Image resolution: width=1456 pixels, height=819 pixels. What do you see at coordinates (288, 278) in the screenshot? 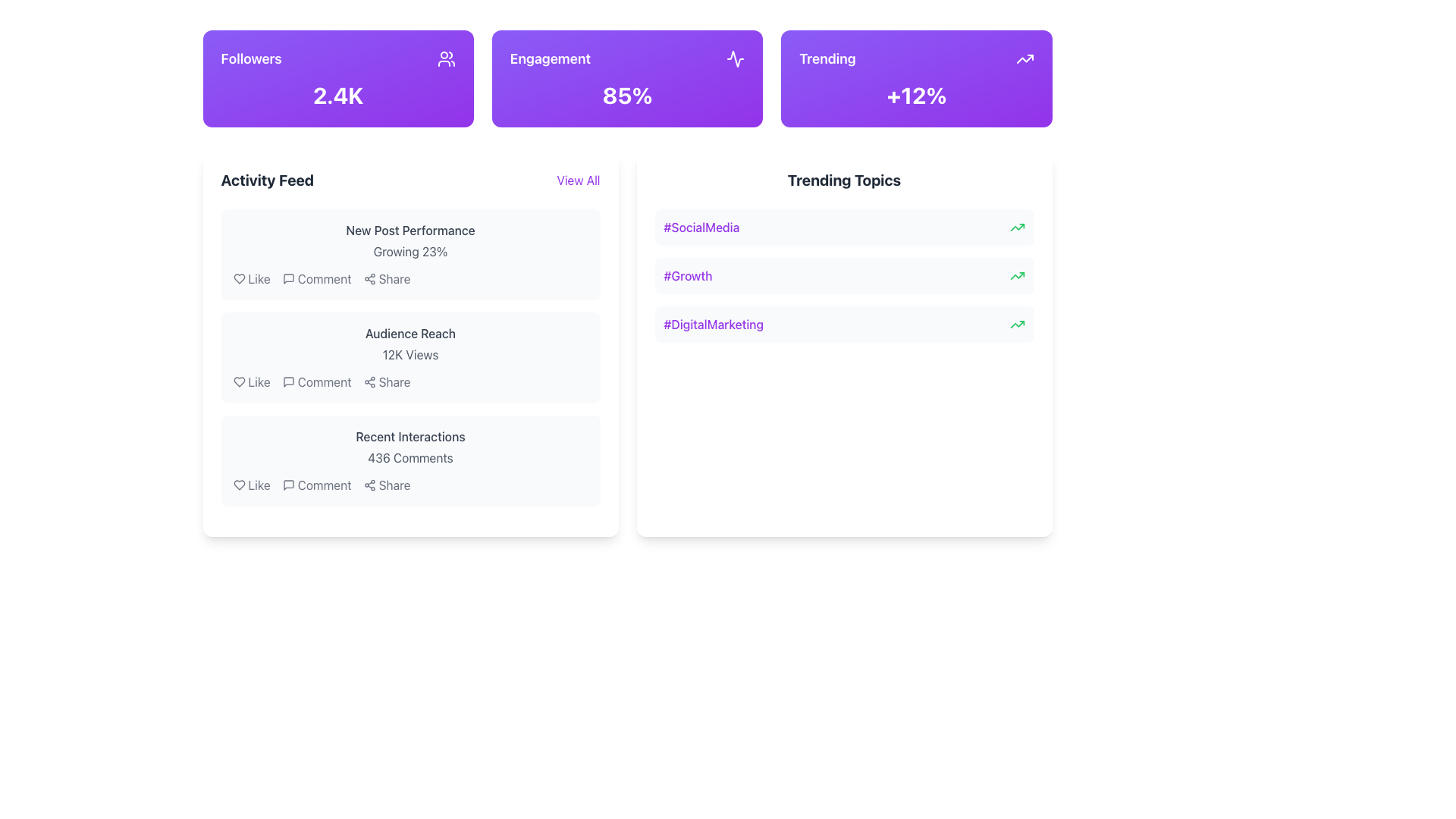
I see `the comment icon located in the 'Activity Feed' section, immediately to the left of the 'Comment' label and to the right of the 'Like' button, associated with the post titled 'New Post Performance'` at bounding box center [288, 278].